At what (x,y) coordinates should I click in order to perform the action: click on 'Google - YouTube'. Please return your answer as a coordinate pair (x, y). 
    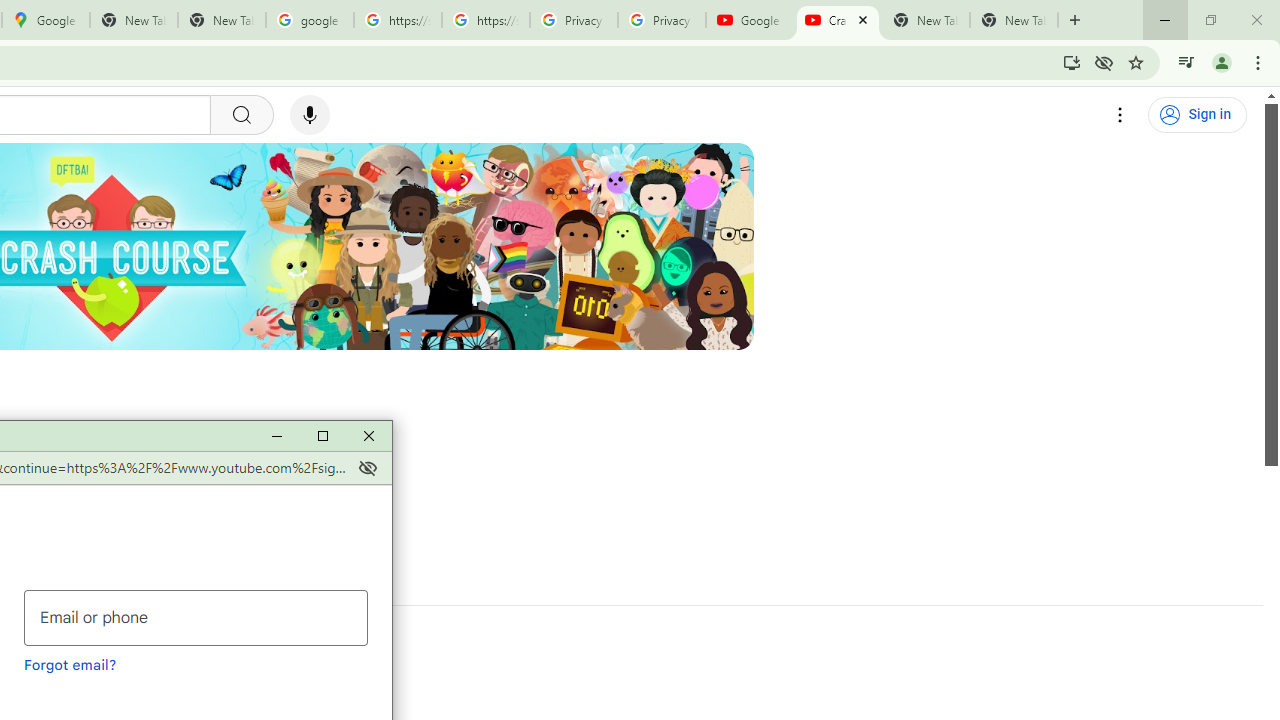
    Looking at the image, I should click on (749, 20).